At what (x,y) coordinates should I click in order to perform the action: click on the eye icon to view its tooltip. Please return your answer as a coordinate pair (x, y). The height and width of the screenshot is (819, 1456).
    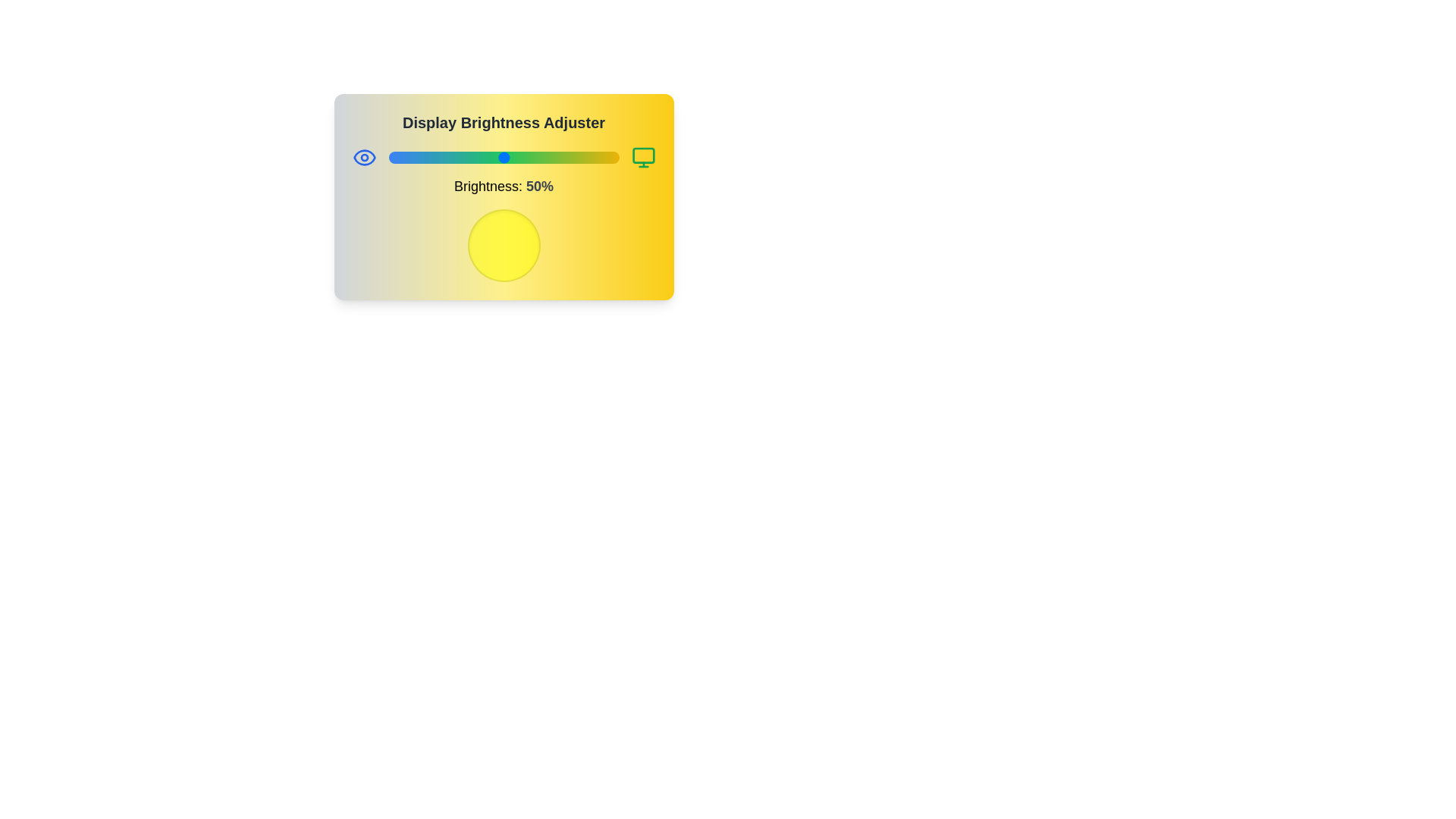
    Looking at the image, I should click on (364, 158).